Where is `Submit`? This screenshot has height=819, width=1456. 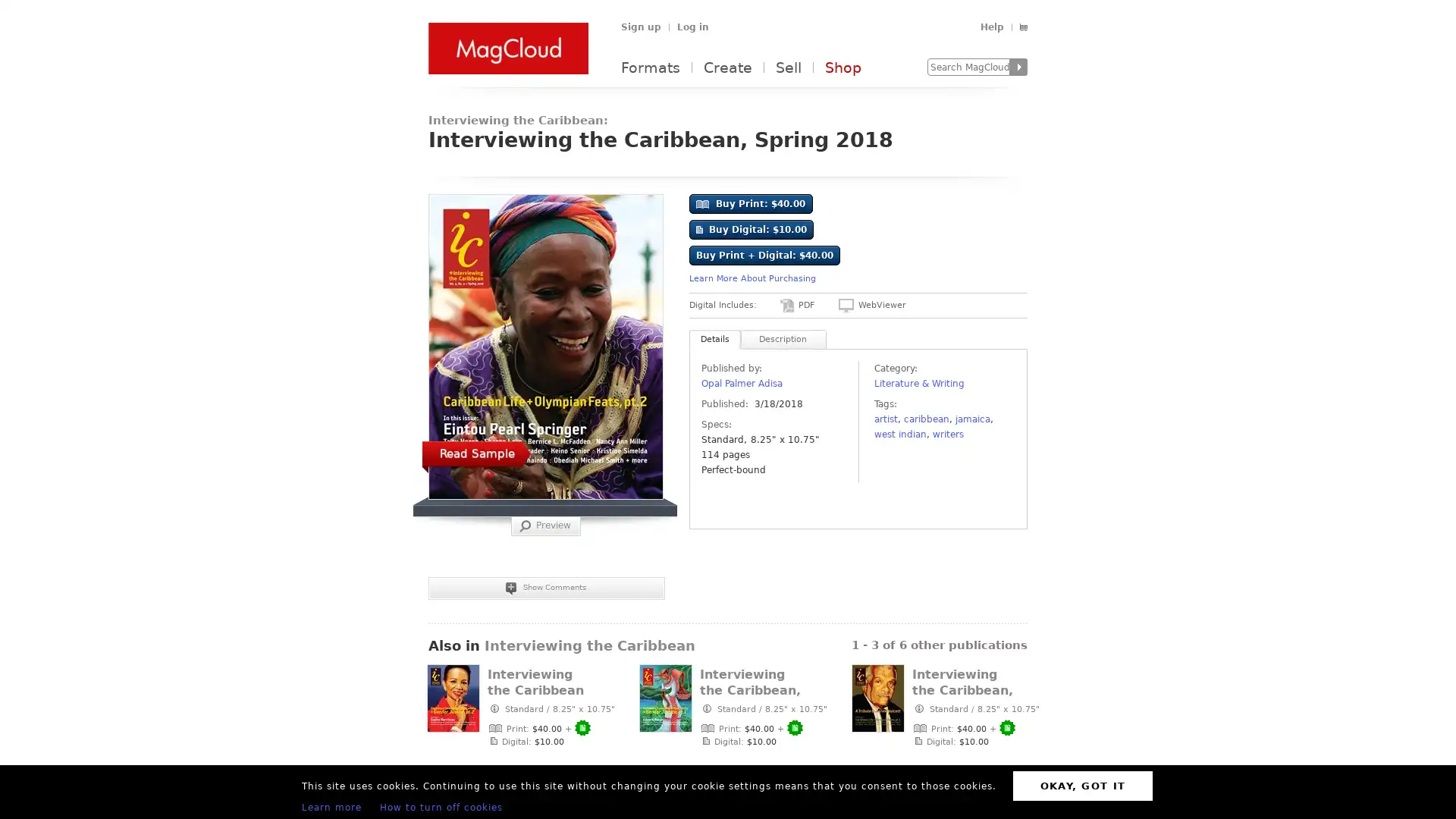
Submit is located at coordinates (1018, 66).